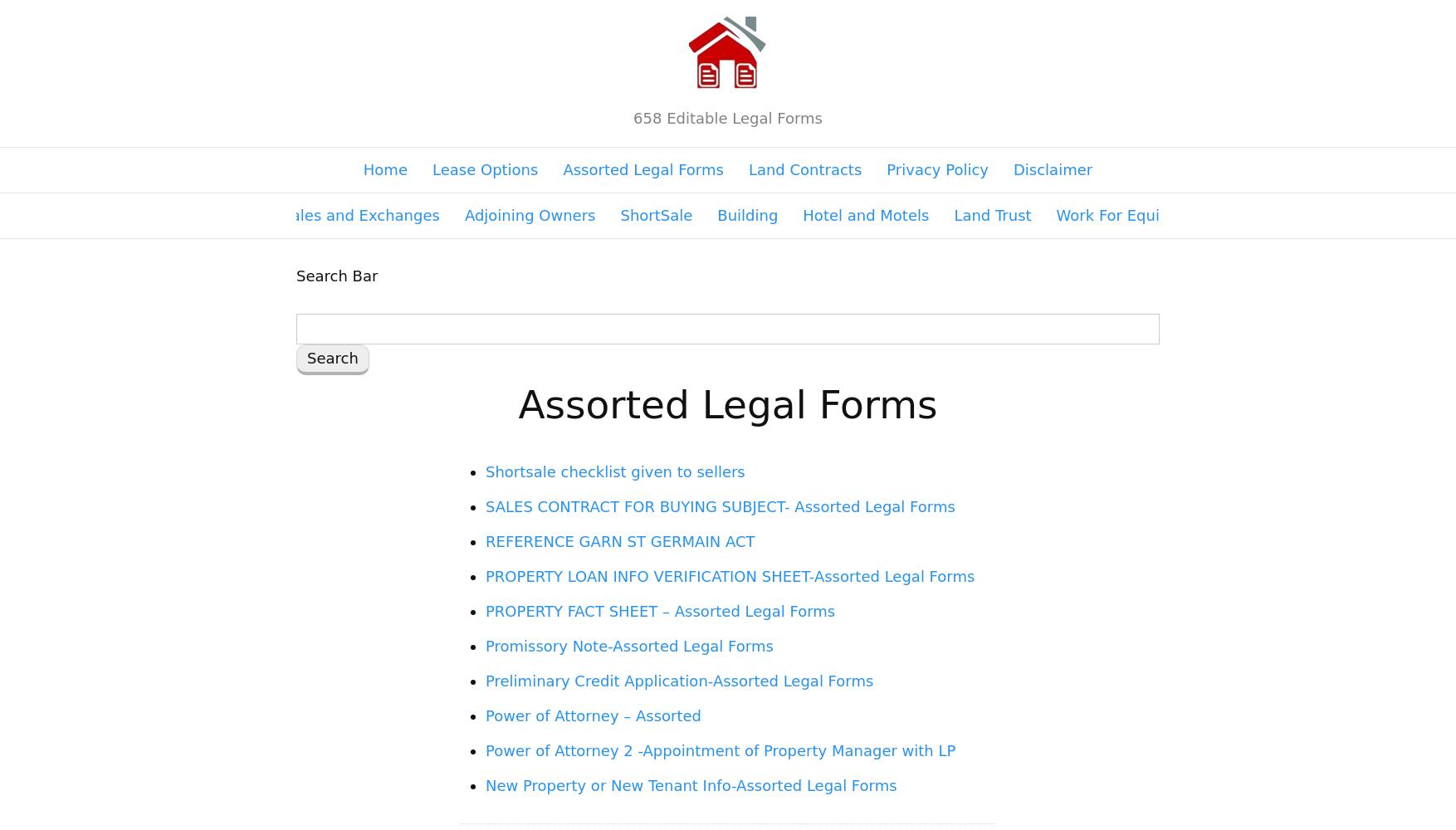  I want to click on 'Hotel and Motels', so click(864, 215).